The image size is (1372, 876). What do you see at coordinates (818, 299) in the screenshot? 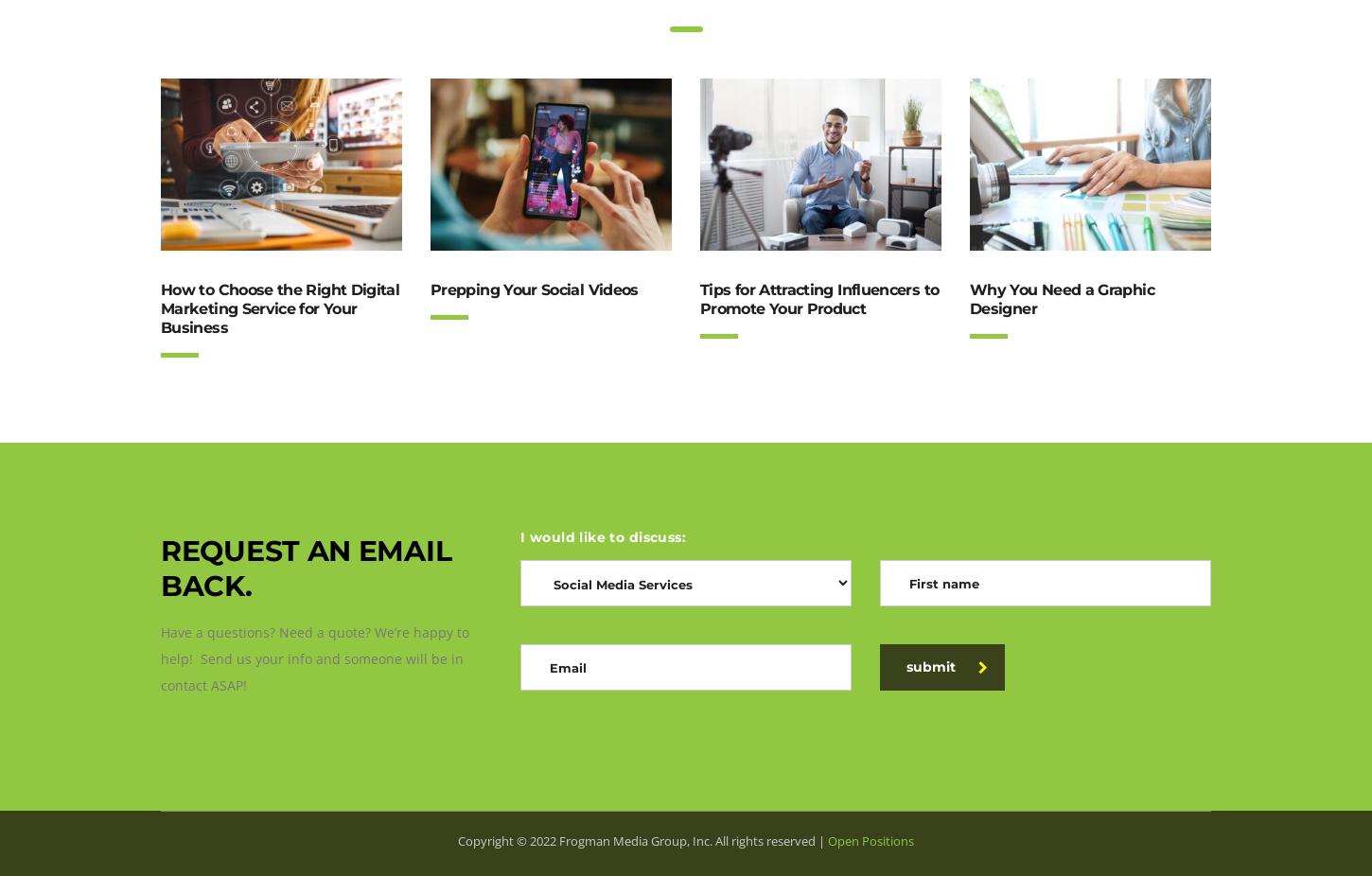
I see `'Tips for Attracting Influencers to Promote Your Product'` at bounding box center [818, 299].